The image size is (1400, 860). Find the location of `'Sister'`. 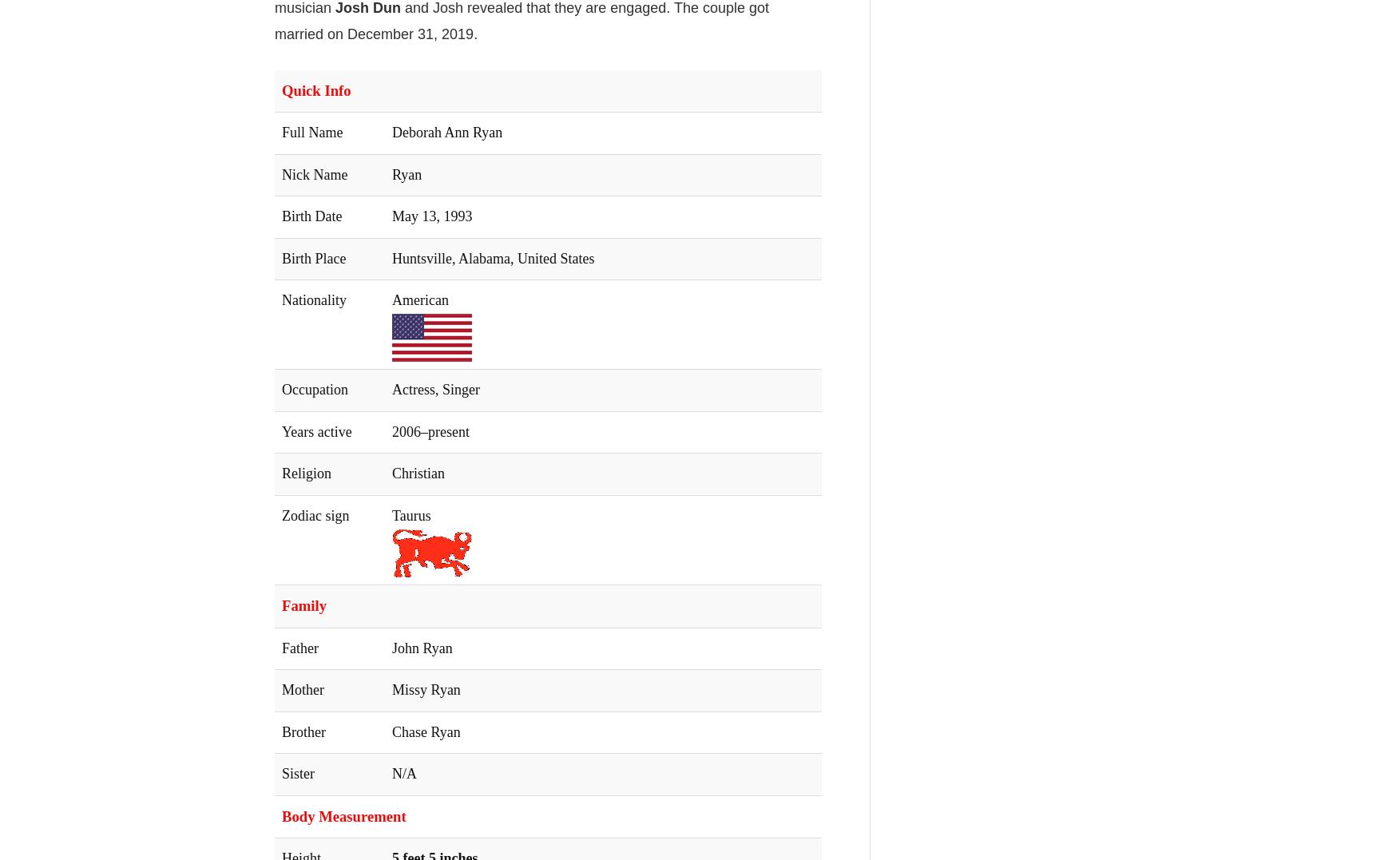

'Sister' is located at coordinates (298, 773).